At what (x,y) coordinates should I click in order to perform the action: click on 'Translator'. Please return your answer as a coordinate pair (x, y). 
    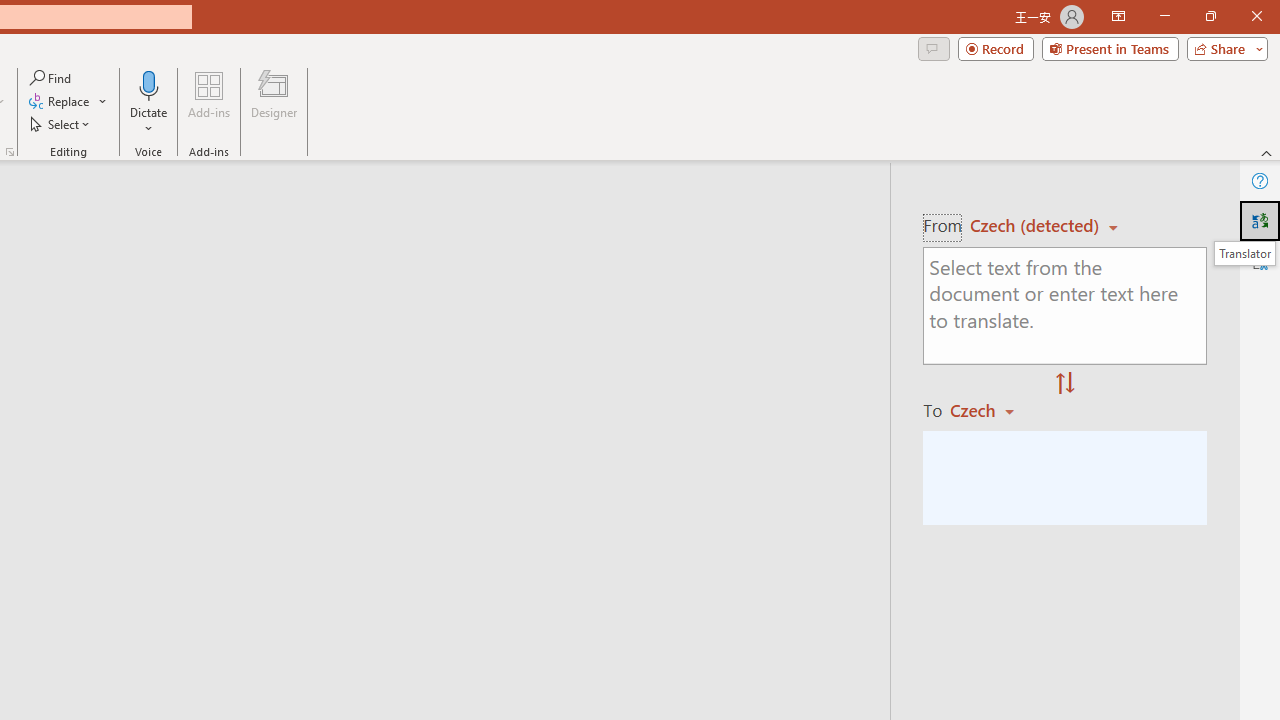
    Looking at the image, I should click on (1243, 252).